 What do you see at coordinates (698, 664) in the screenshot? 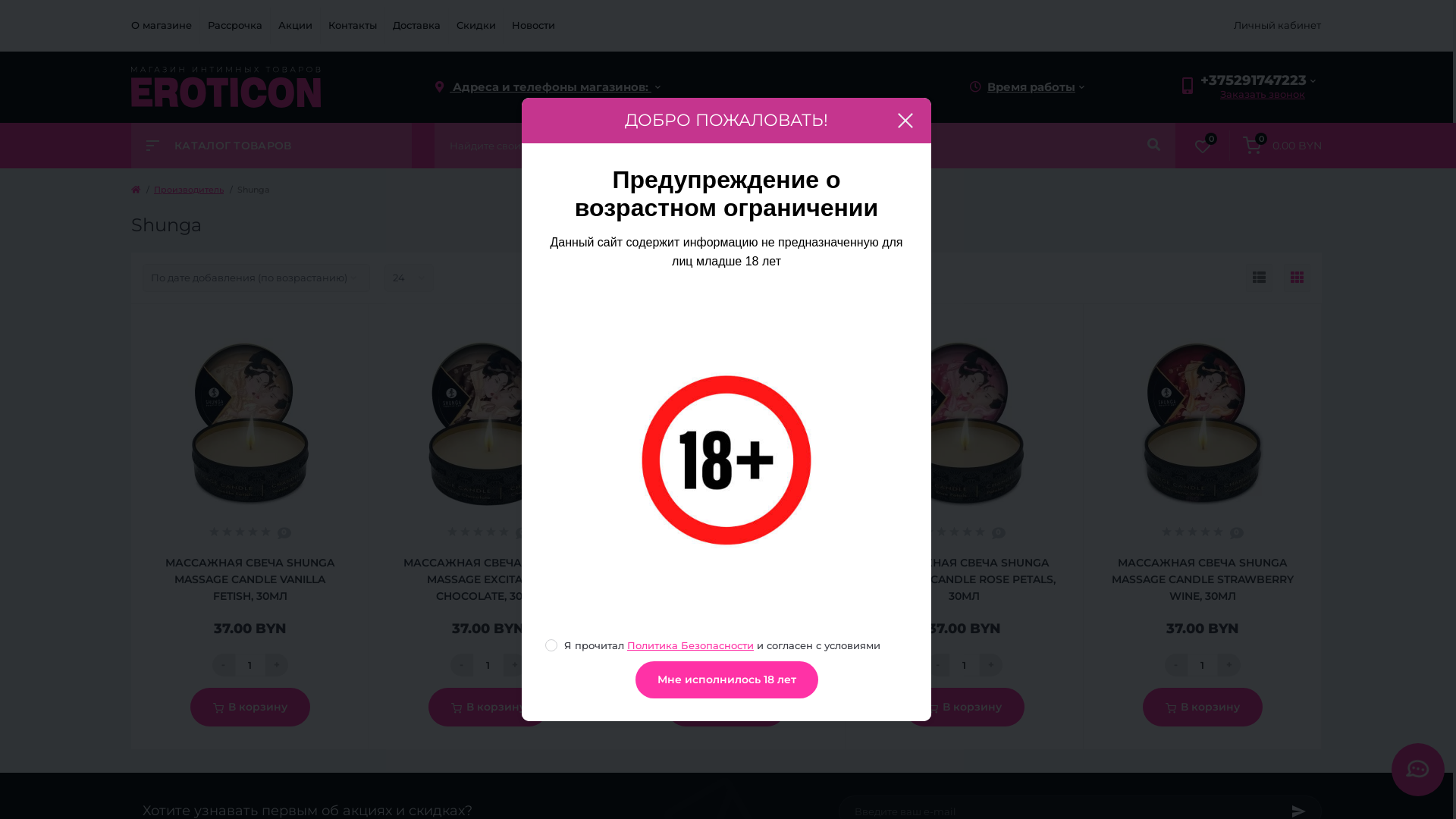
I see `'-'` at bounding box center [698, 664].